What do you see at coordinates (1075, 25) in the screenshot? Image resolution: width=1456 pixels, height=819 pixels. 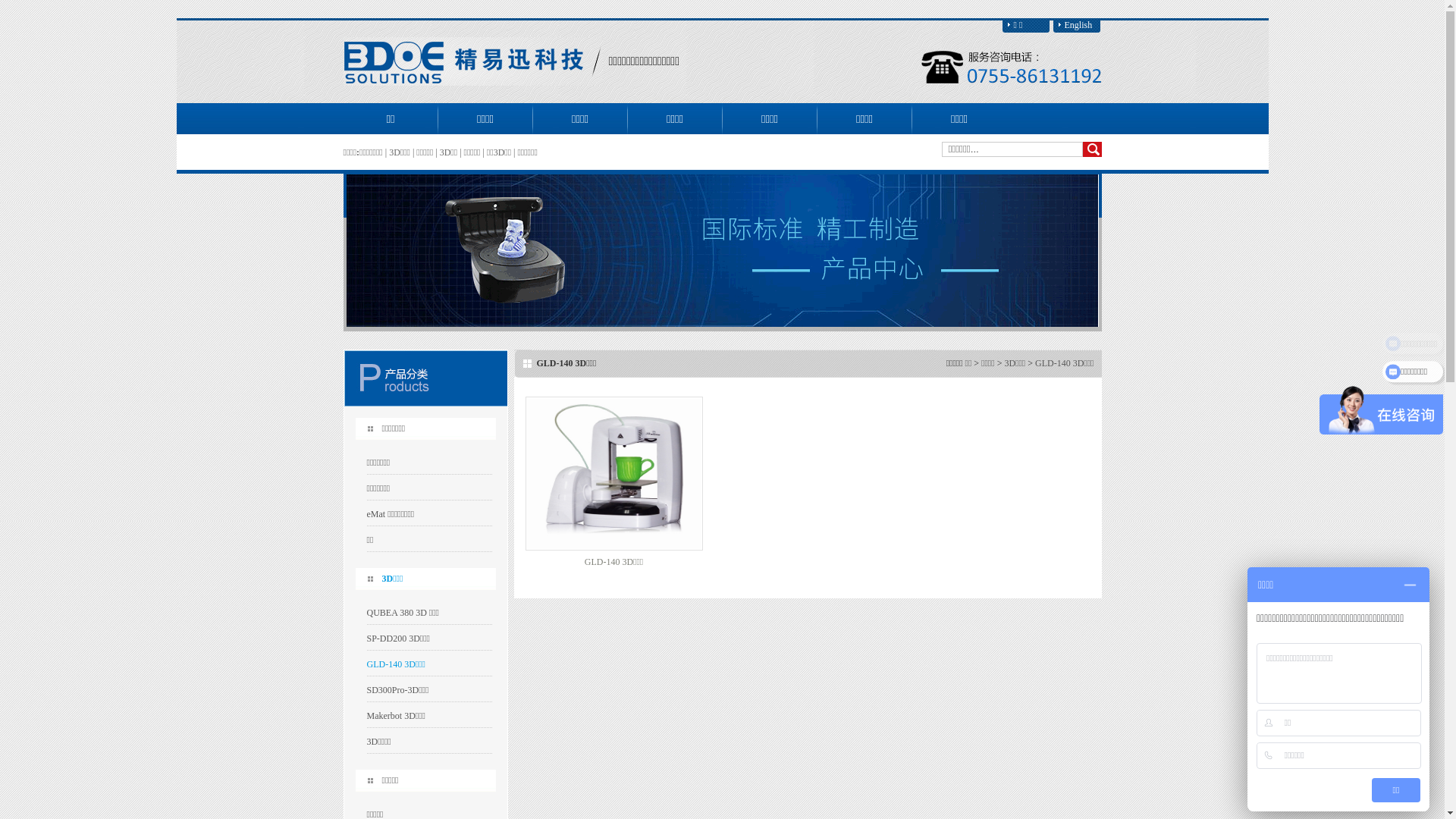 I see `'English'` at bounding box center [1075, 25].